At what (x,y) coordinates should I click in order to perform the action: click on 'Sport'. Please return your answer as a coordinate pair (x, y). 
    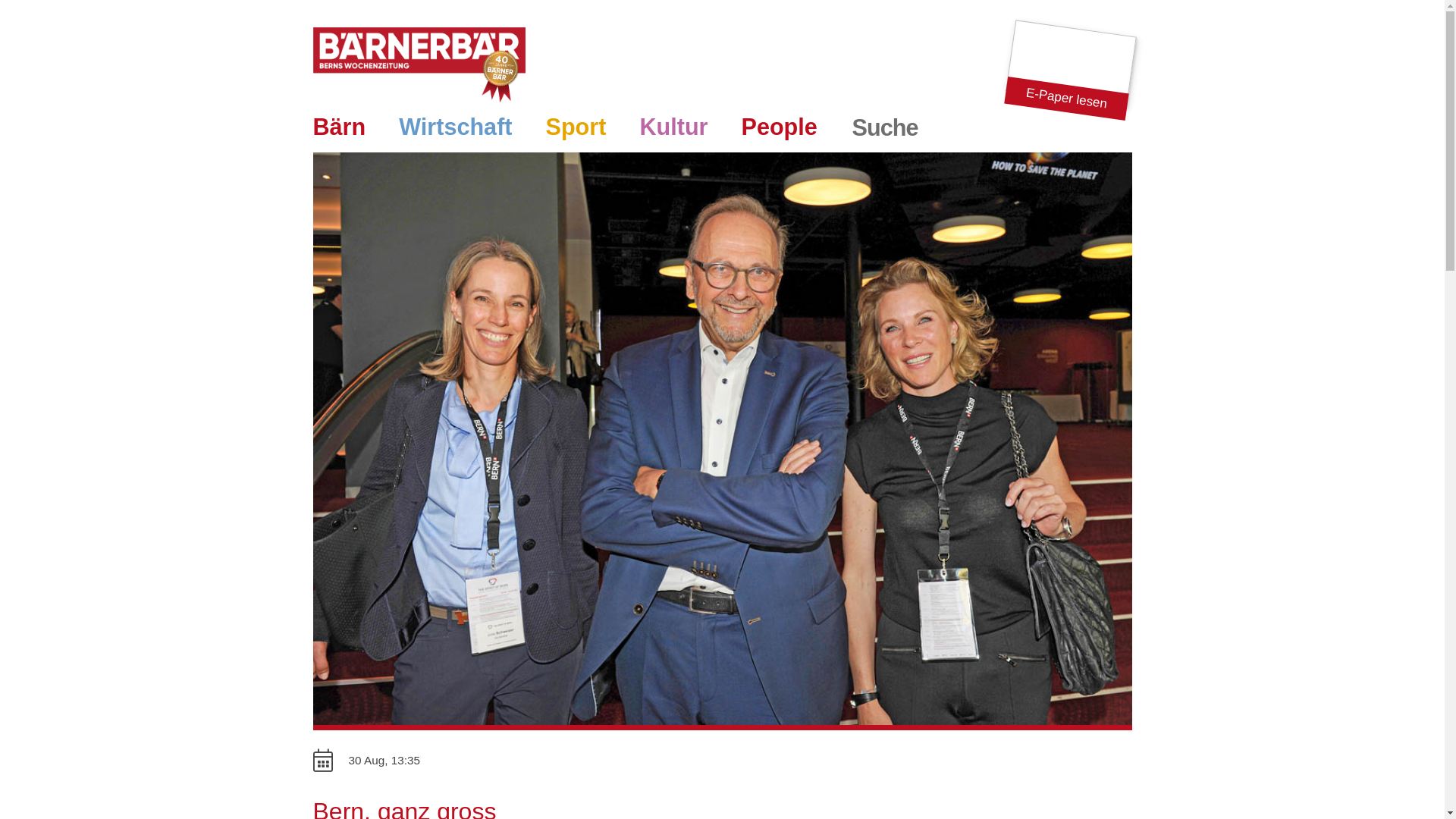
    Looking at the image, I should click on (575, 128).